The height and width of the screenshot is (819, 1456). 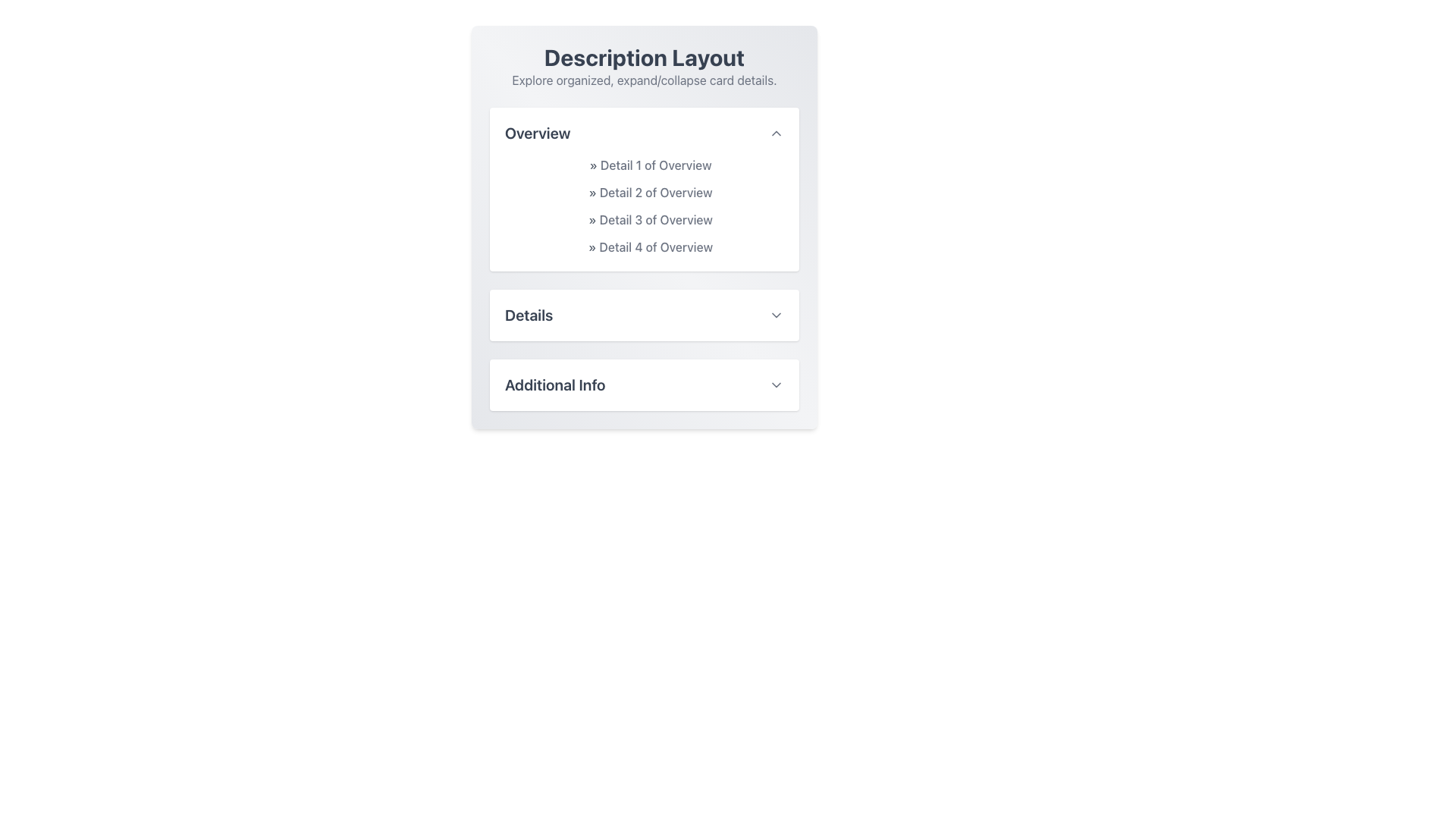 What do you see at coordinates (644, 219) in the screenshot?
I see `the third list item in the 'Overview' section, which describes a specific detail and is positioned between 'Detail 2 of Overview' and 'Detail 4 of Overview'` at bounding box center [644, 219].